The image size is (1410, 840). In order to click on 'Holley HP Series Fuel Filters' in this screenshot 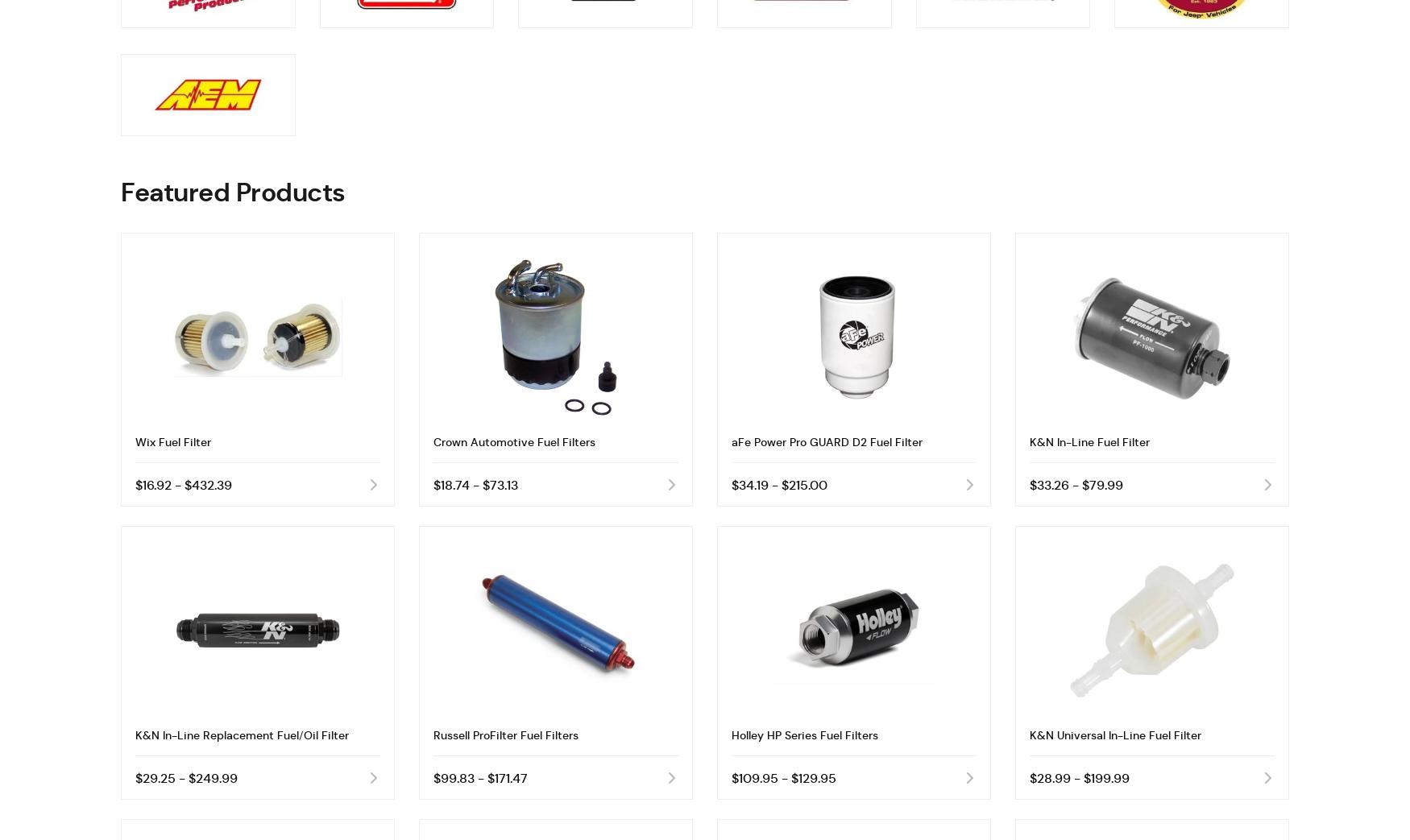, I will do `click(805, 734)`.